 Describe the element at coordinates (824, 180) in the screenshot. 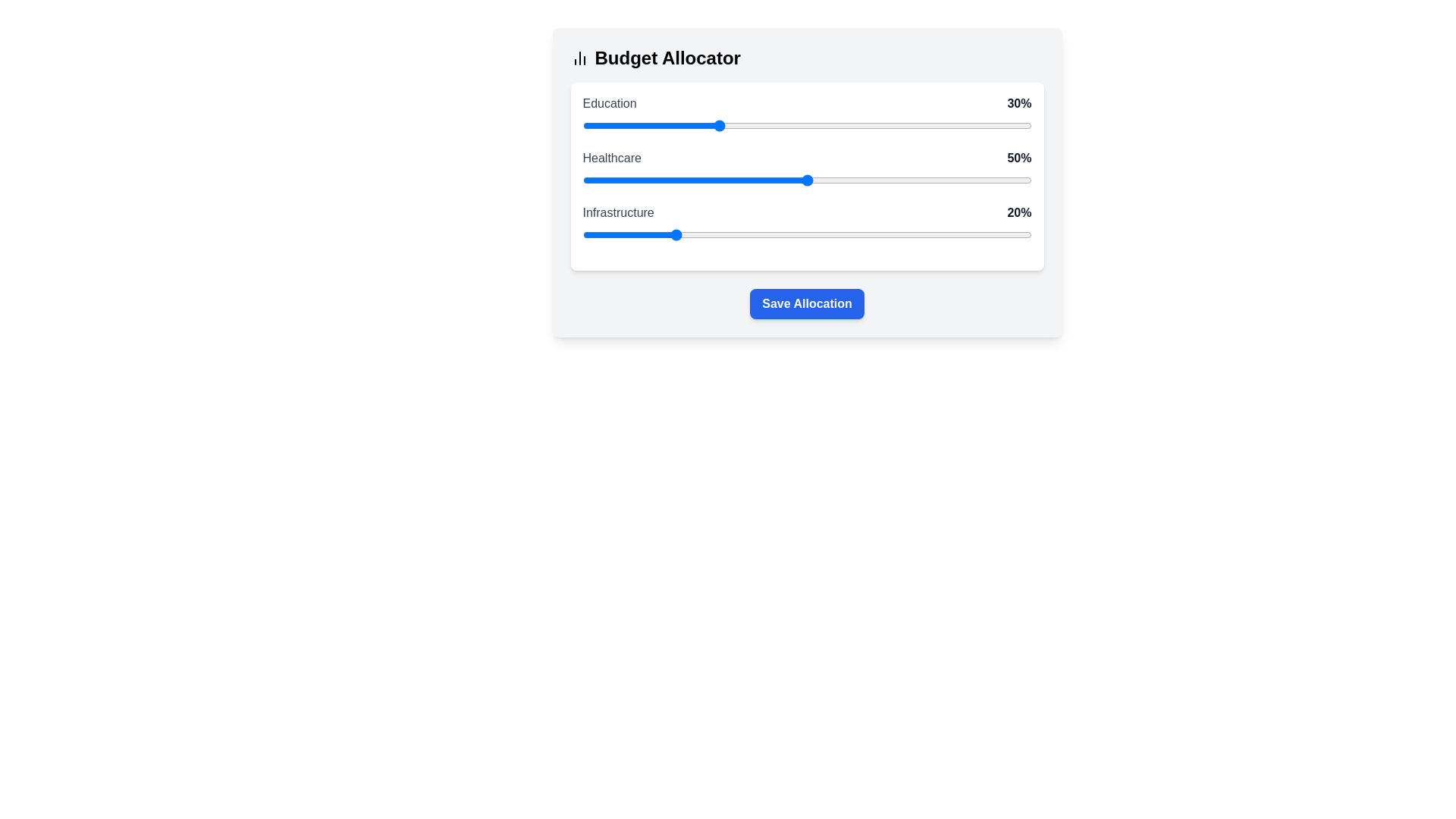

I see `the healthcare allocation slider` at that location.